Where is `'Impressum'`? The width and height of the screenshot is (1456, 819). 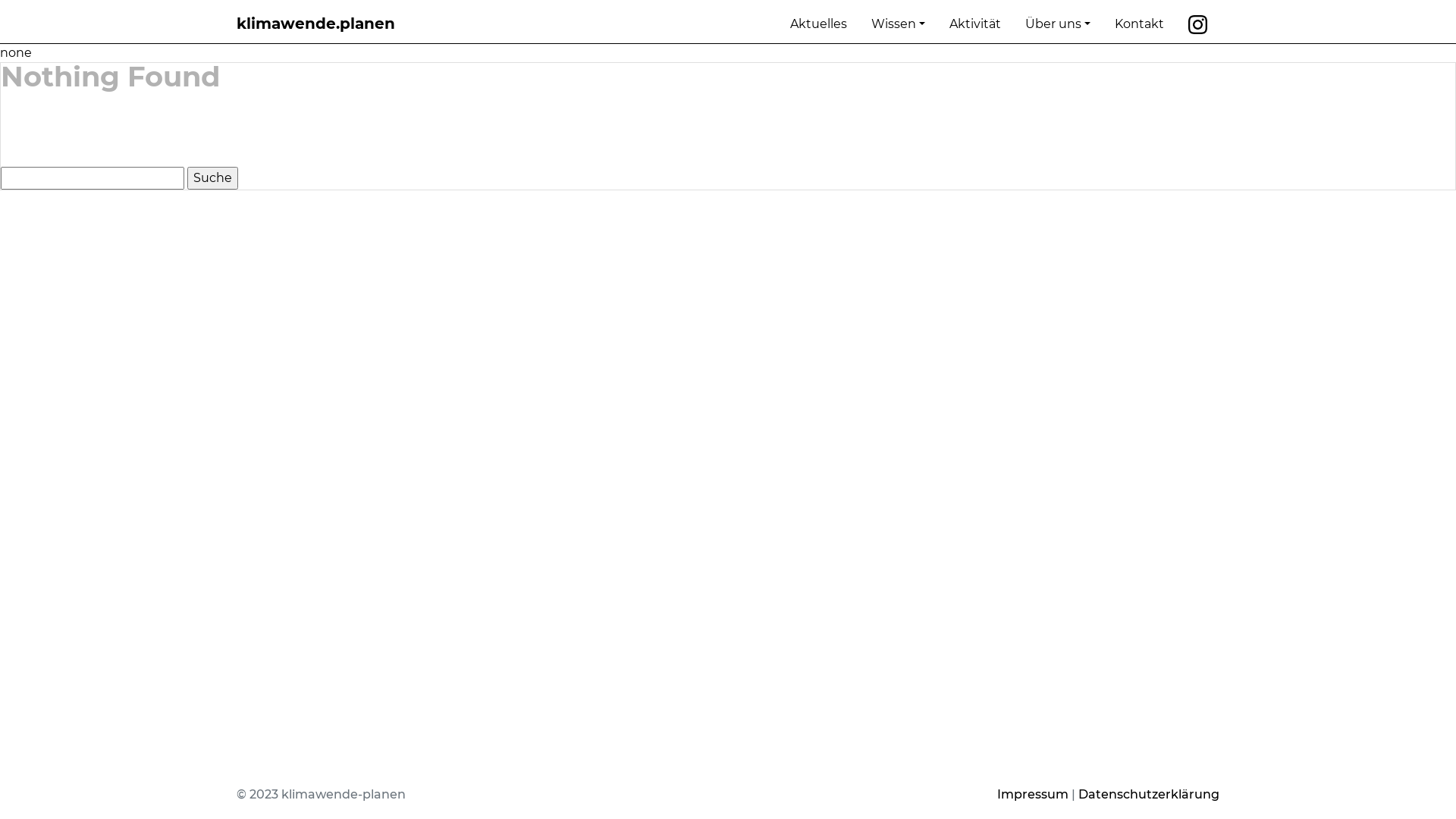 'Impressum' is located at coordinates (1032, 793).